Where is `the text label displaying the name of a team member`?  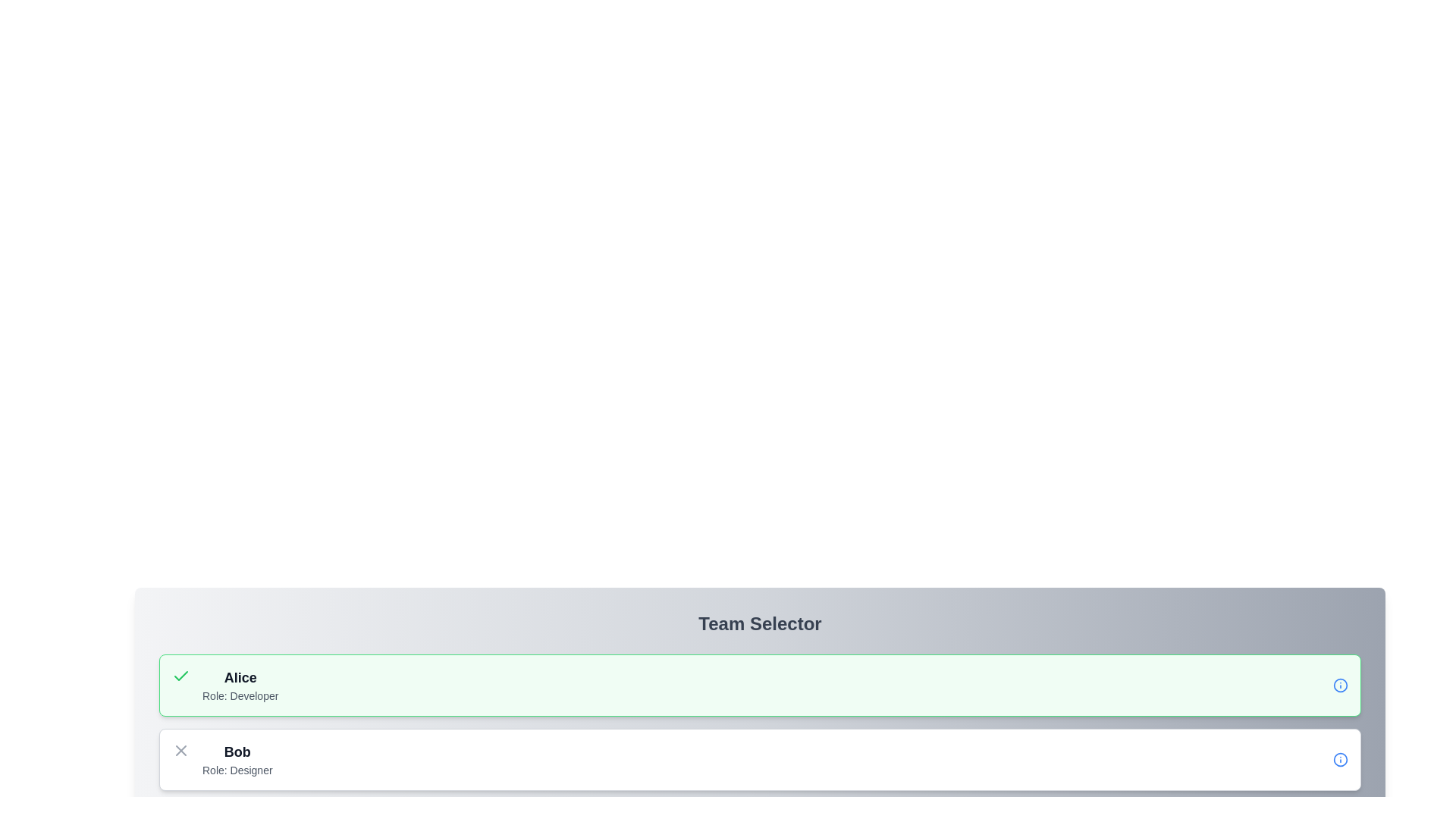 the text label displaying the name of a team member is located at coordinates (240, 677).